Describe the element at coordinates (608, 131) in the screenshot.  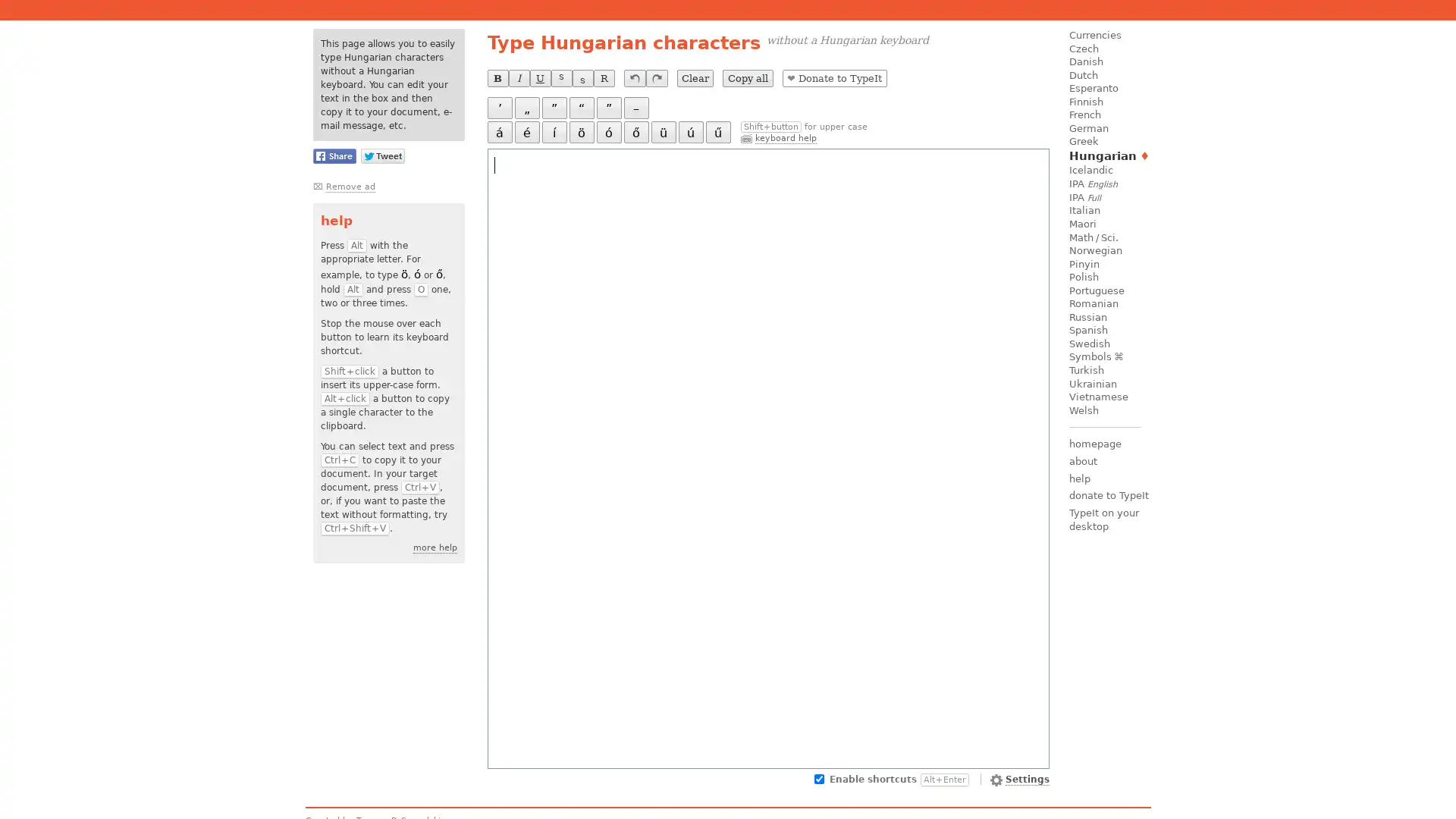
I see `o` at that location.